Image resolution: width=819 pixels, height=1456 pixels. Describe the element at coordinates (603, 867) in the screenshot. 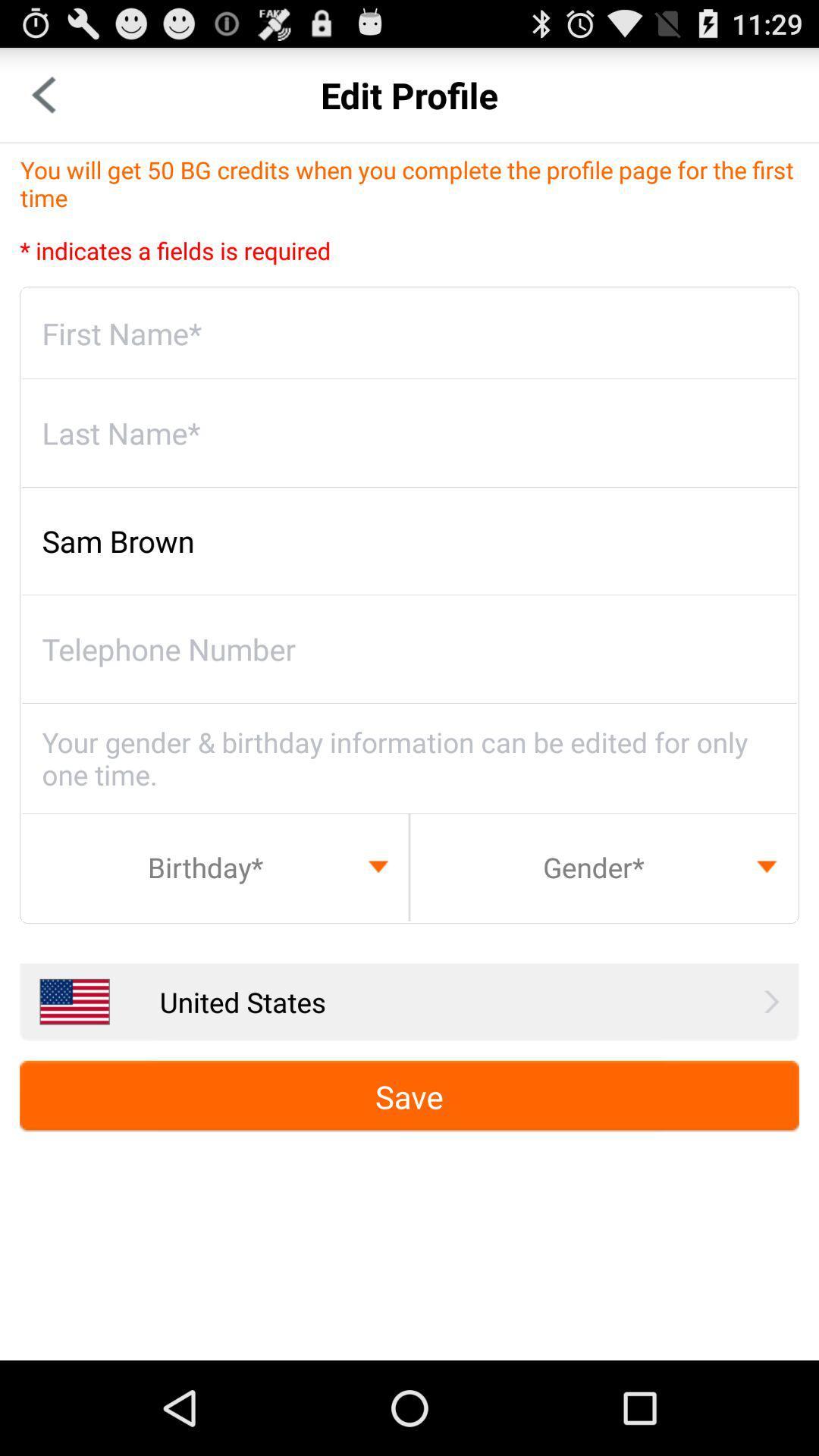

I see `dropdown gender selection` at that location.